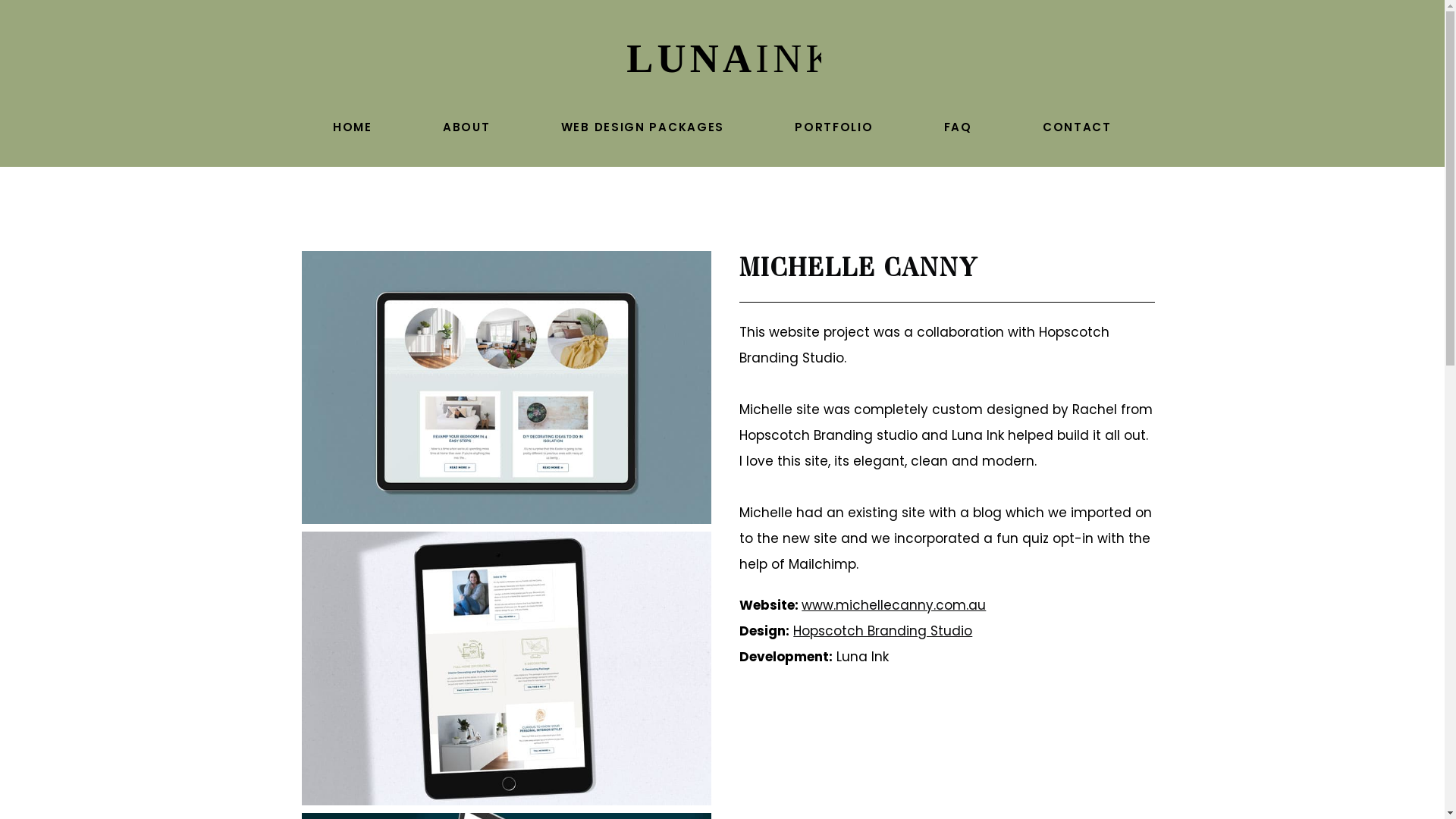 This screenshot has width=1456, height=819. What do you see at coordinates (642, 127) in the screenshot?
I see `'WEB DESIGN PACKAGES'` at bounding box center [642, 127].